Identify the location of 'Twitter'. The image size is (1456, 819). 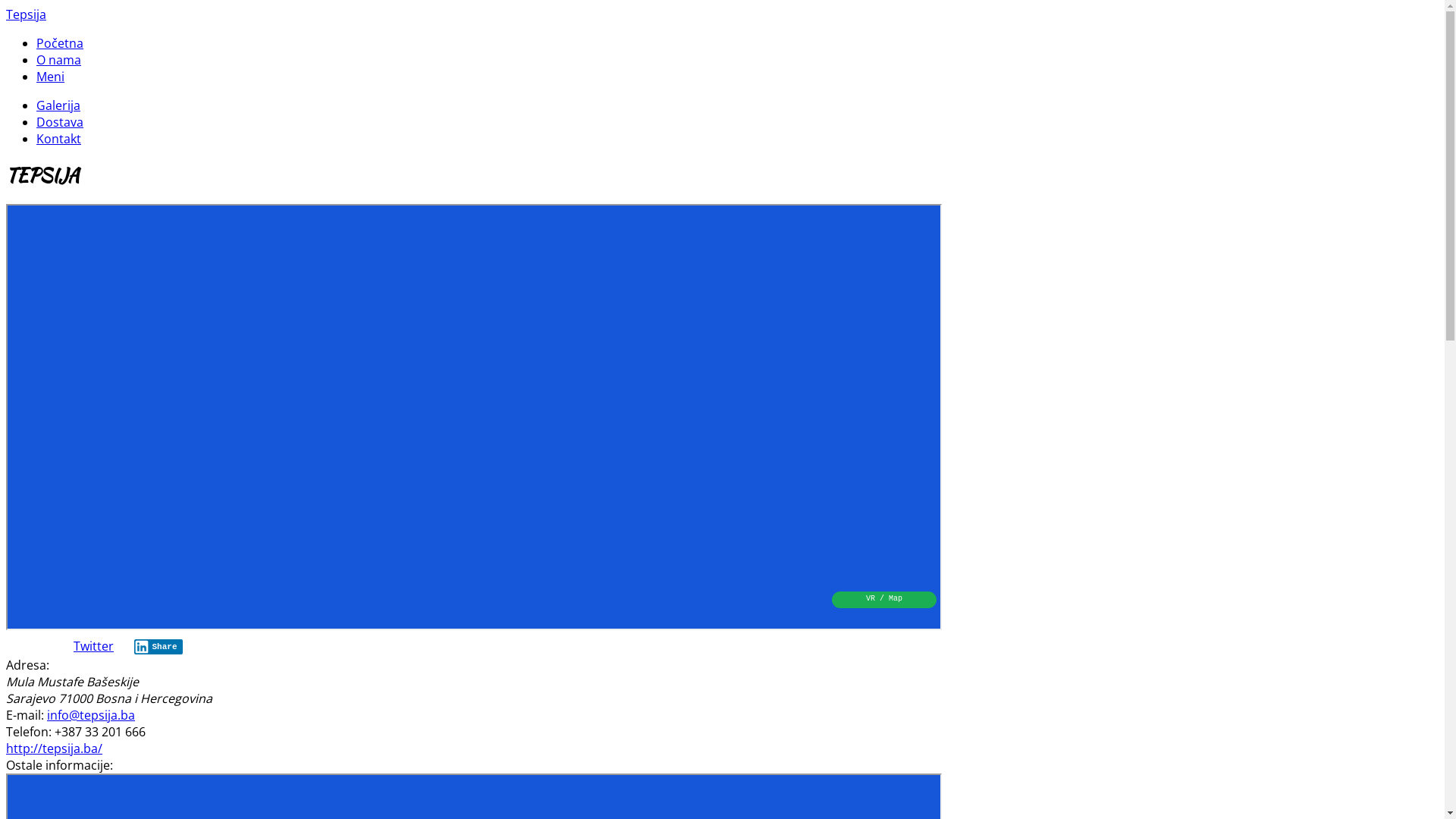
(93, 646).